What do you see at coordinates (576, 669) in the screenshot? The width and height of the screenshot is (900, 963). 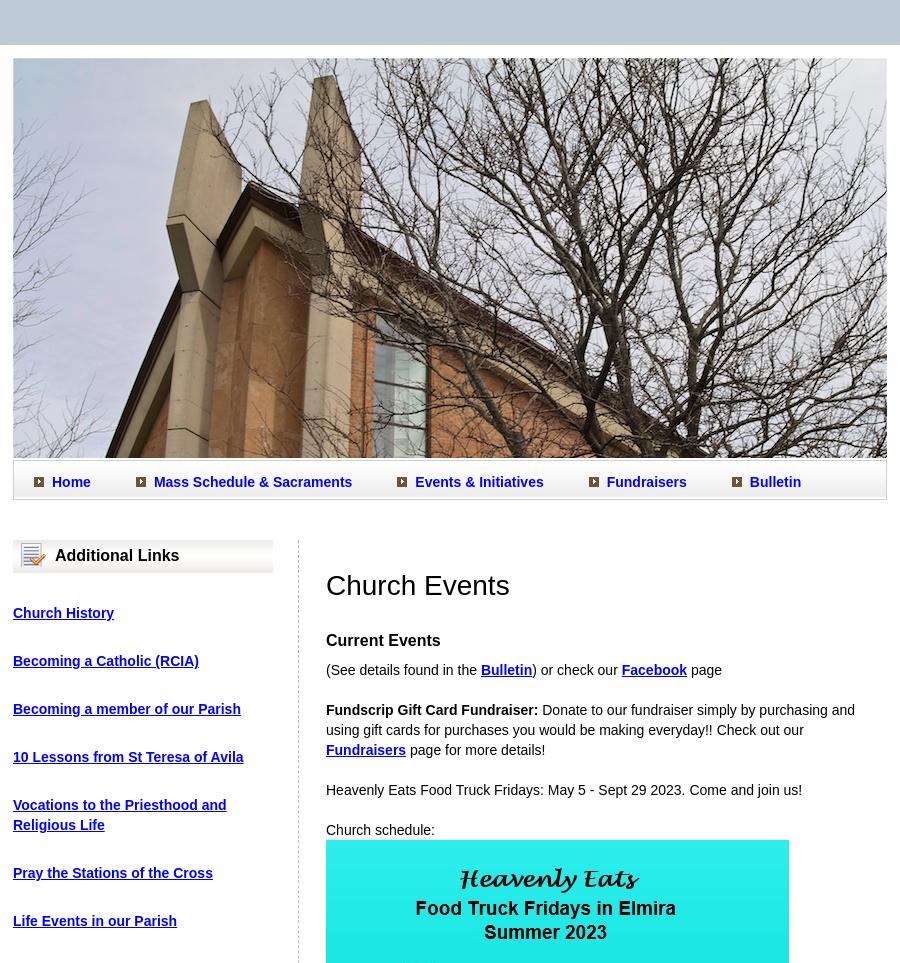 I see `') or check our'` at bounding box center [576, 669].